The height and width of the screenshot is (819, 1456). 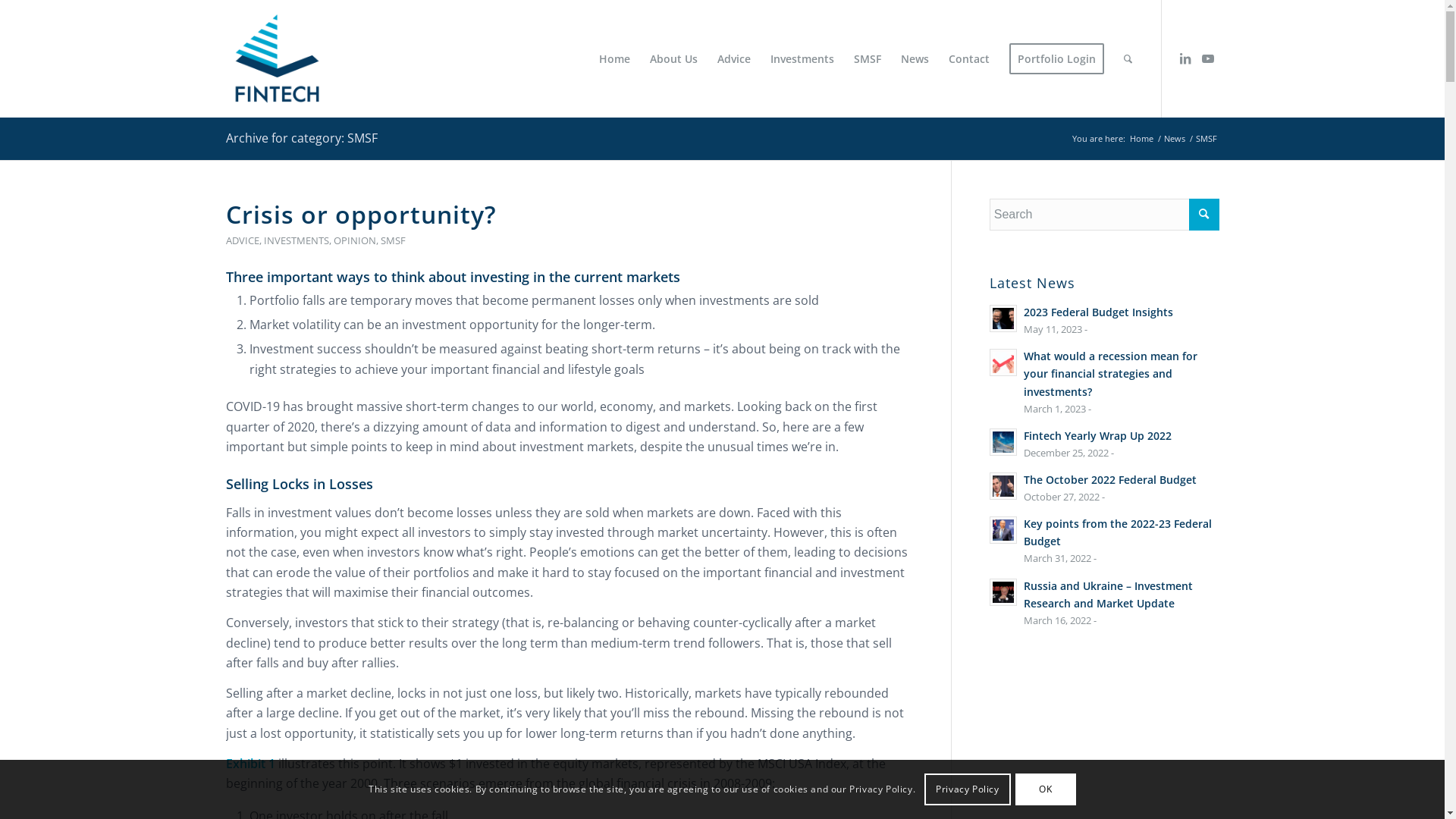 I want to click on 'ADVICE', so click(x=243, y=239).